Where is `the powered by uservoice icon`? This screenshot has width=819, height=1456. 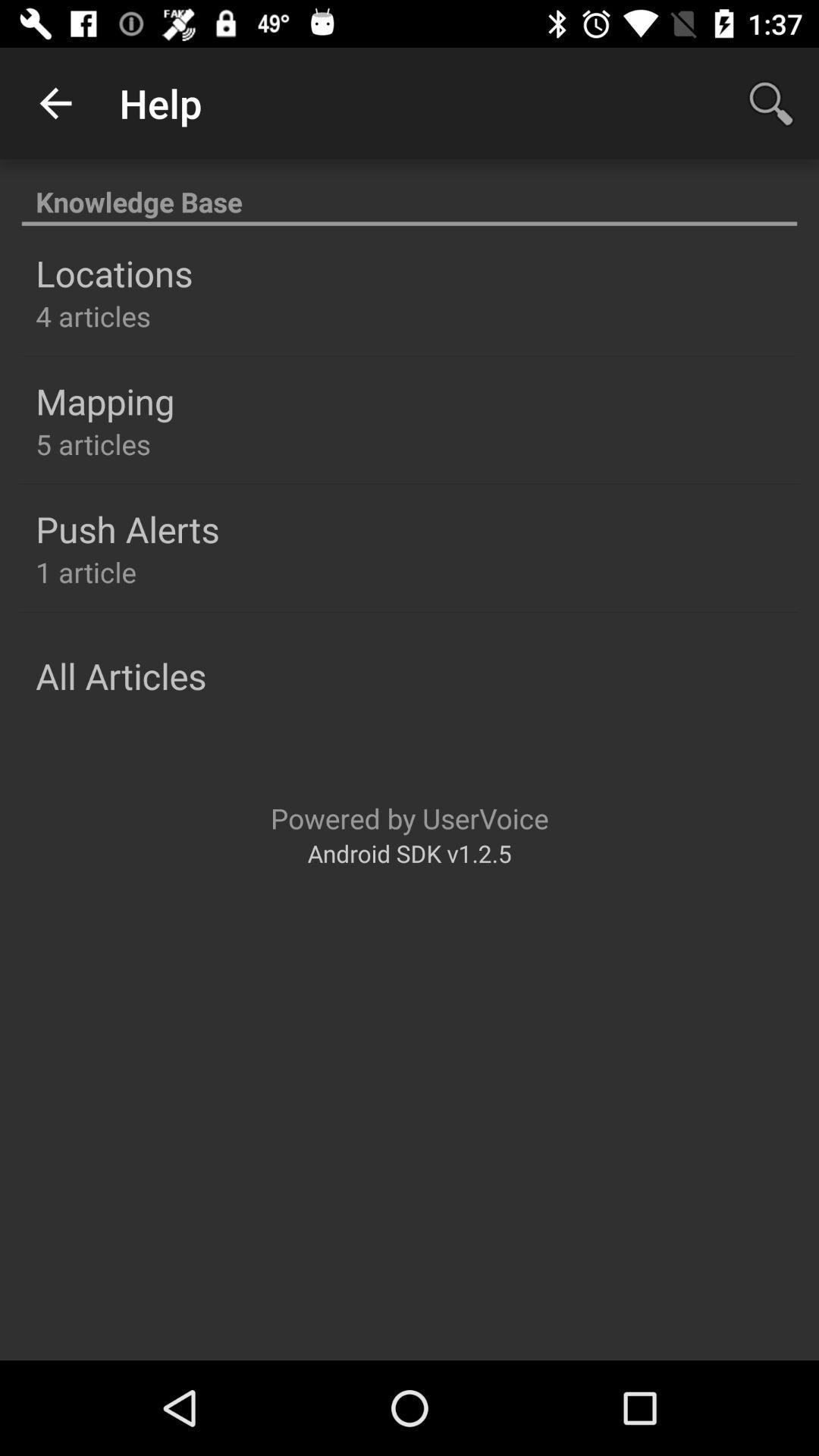
the powered by uservoice icon is located at coordinates (409, 817).